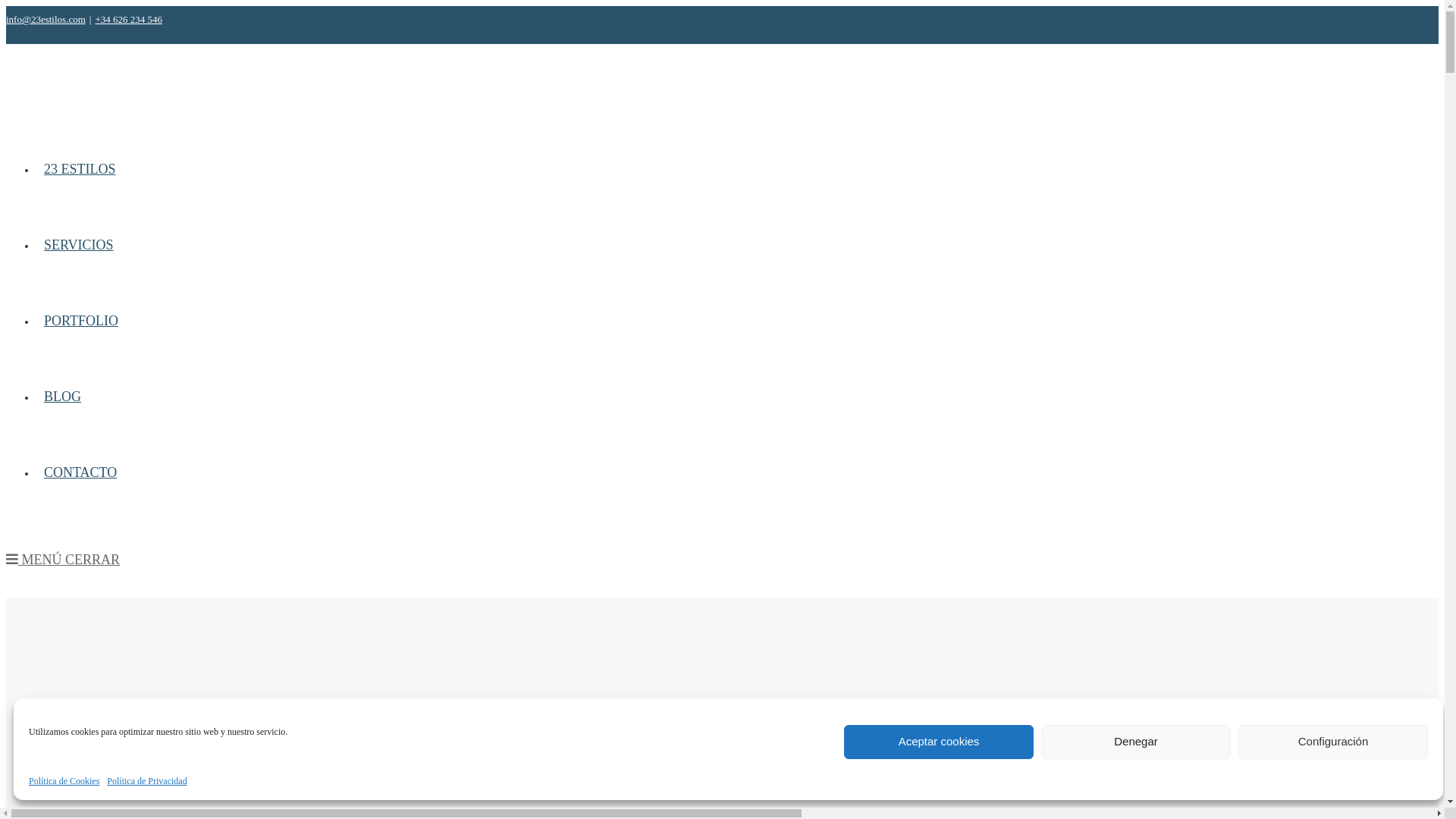  Describe the element at coordinates (128, 19) in the screenshot. I see `'+34 626 234 546'` at that location.